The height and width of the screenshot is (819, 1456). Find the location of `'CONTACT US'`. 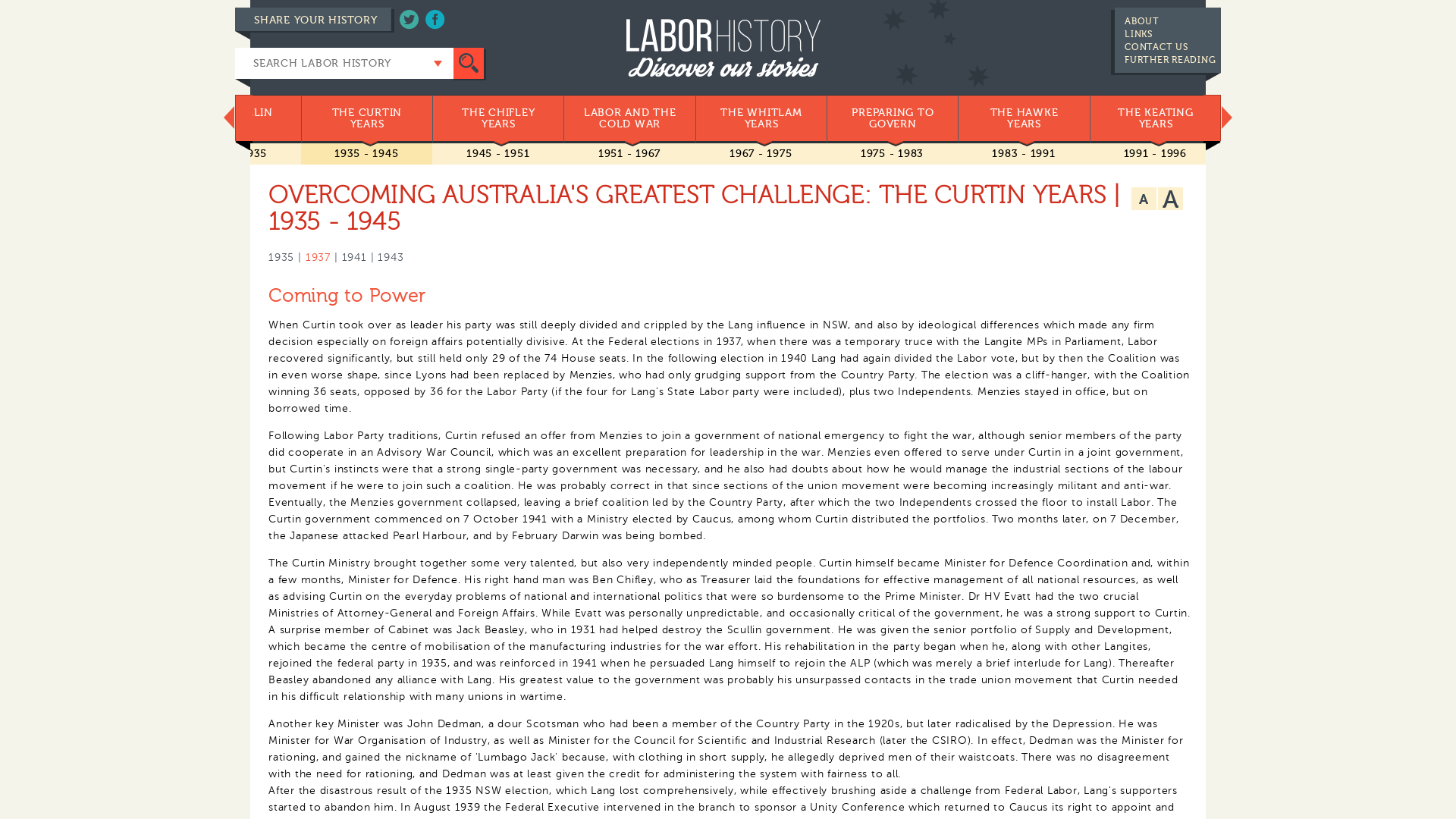

'CONTACT US' is located at coordinates (1156, 45).